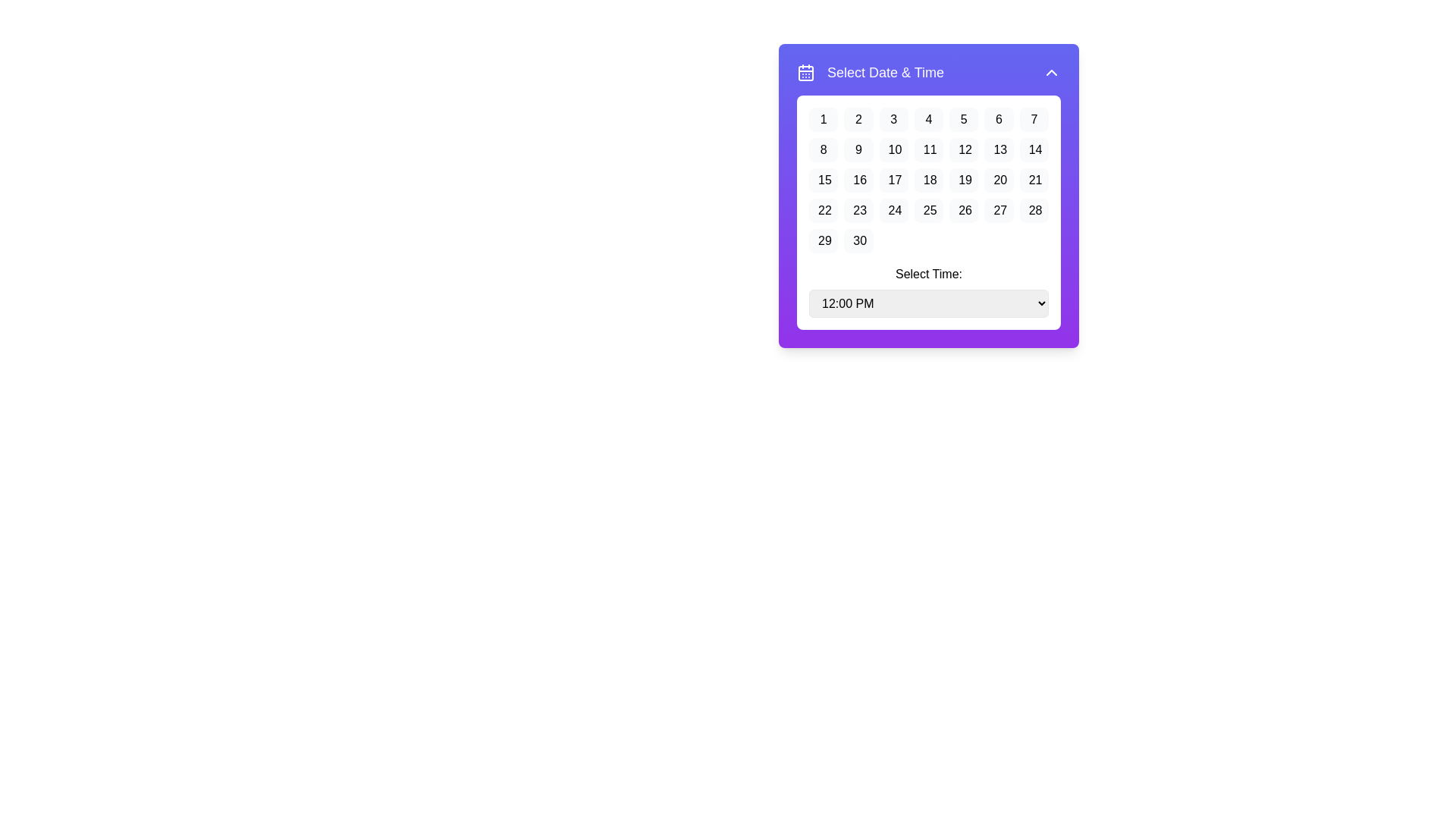  I want to click on text and icon displayed in the label at the top-left corner of the purple box containing date and time selection elements, so click(870, 73).